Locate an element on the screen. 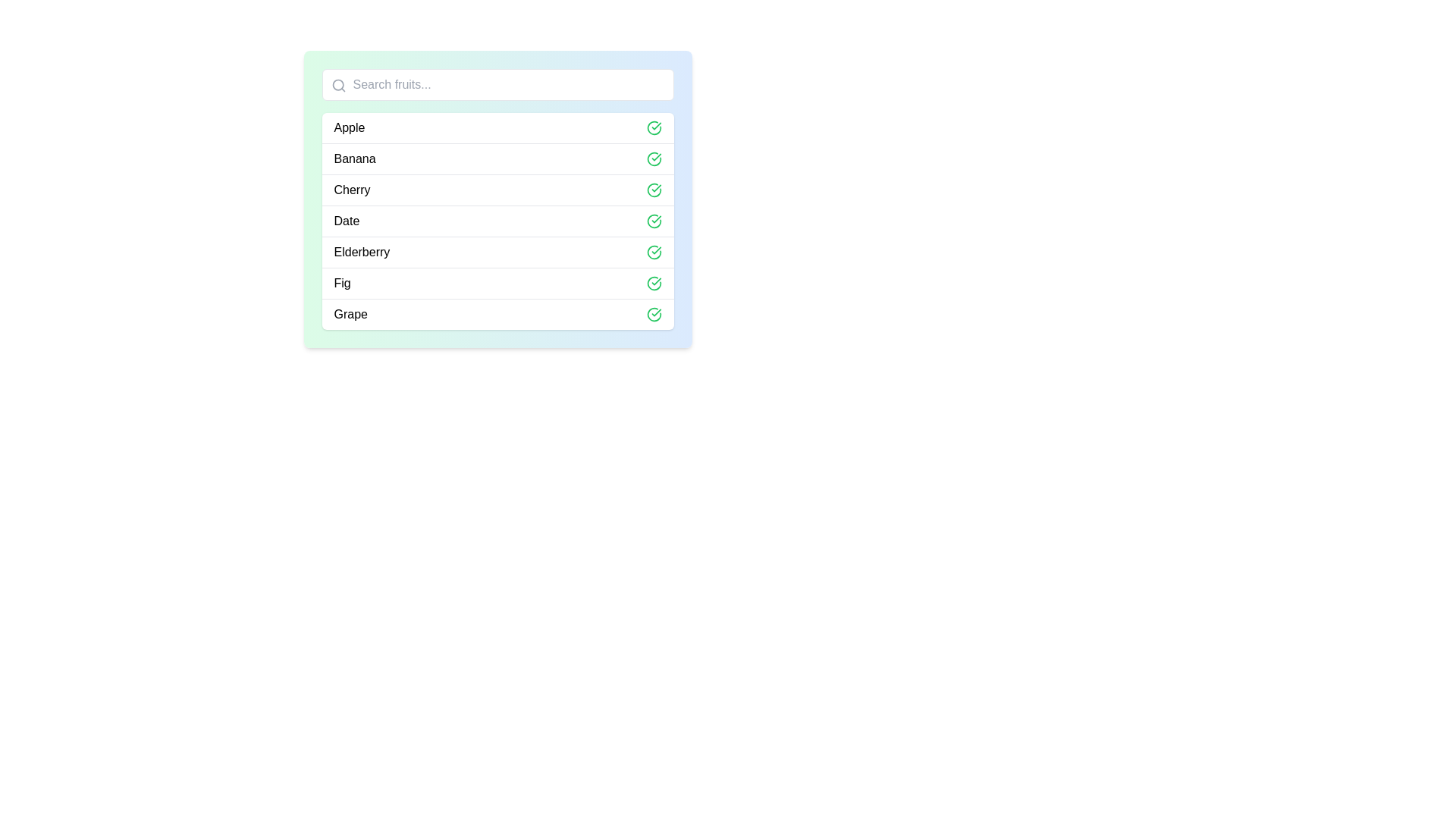  the list item labeled 'Cherry' which is the third item in the fruit selection menu is located at coordinates (497, 189).